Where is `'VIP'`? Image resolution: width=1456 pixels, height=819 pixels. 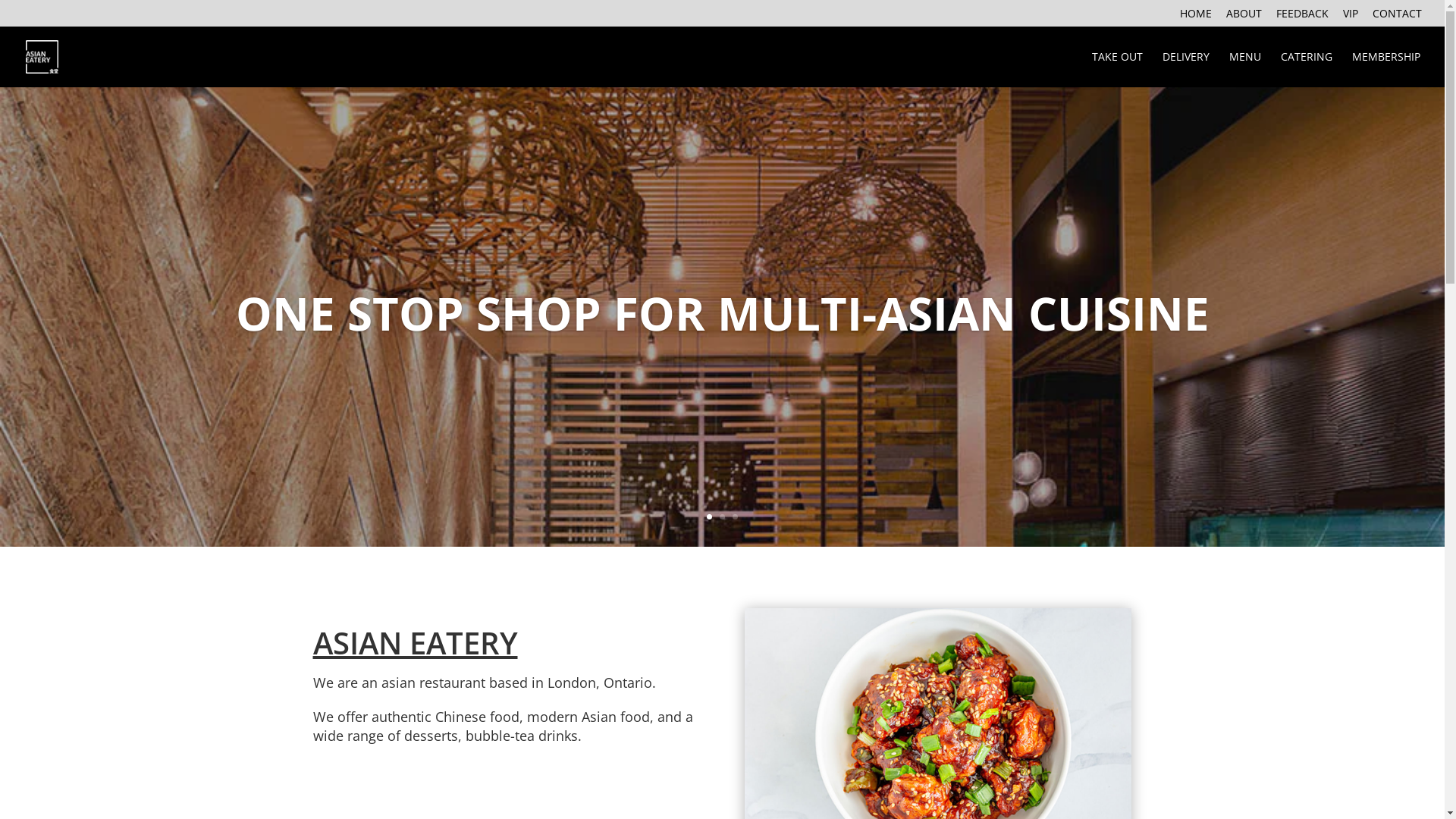 'VIP' is located at coordinates (1343, 17).